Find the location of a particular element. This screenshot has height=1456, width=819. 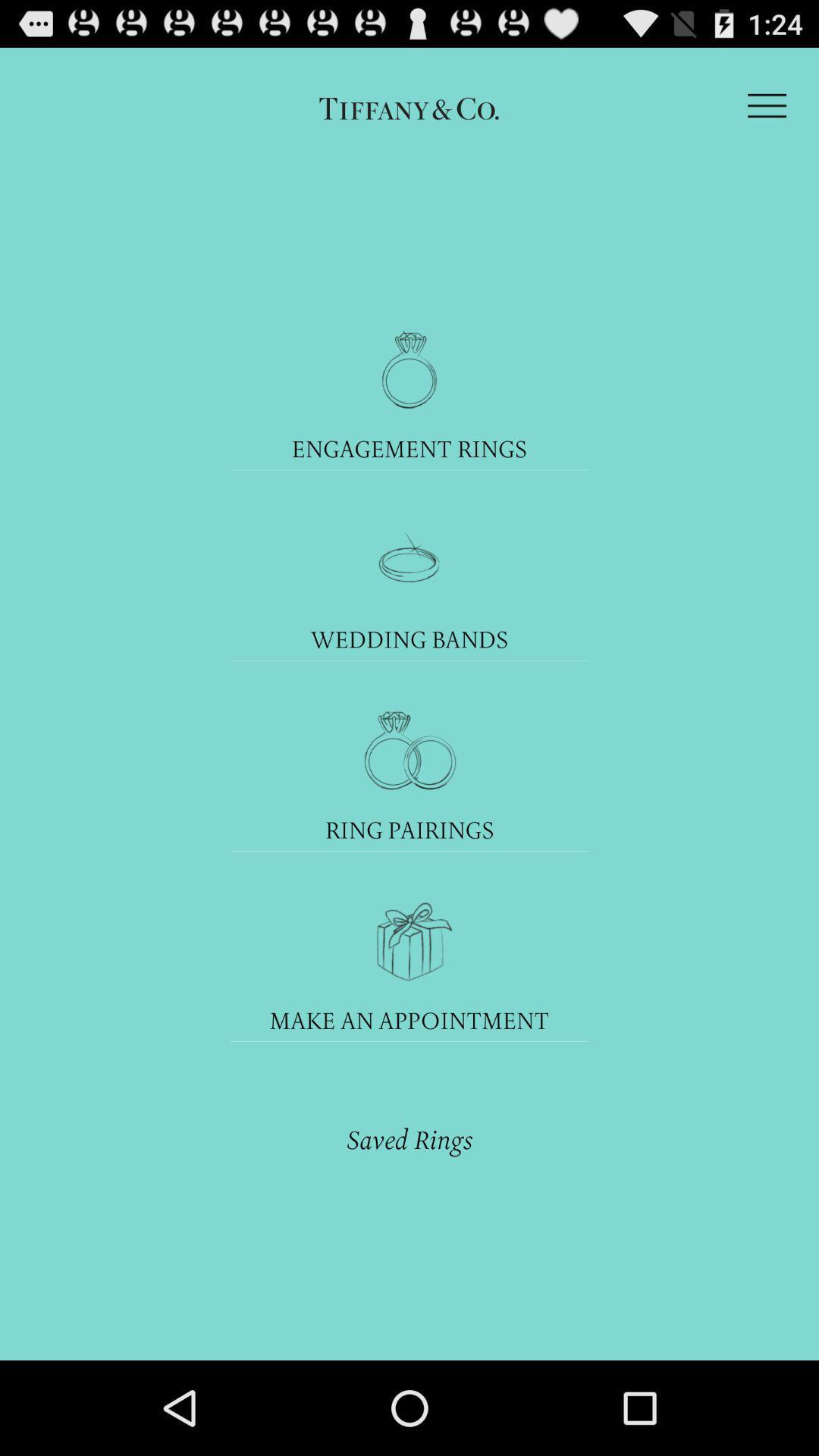

engagement rings icon is located at coordinates (409, 447).